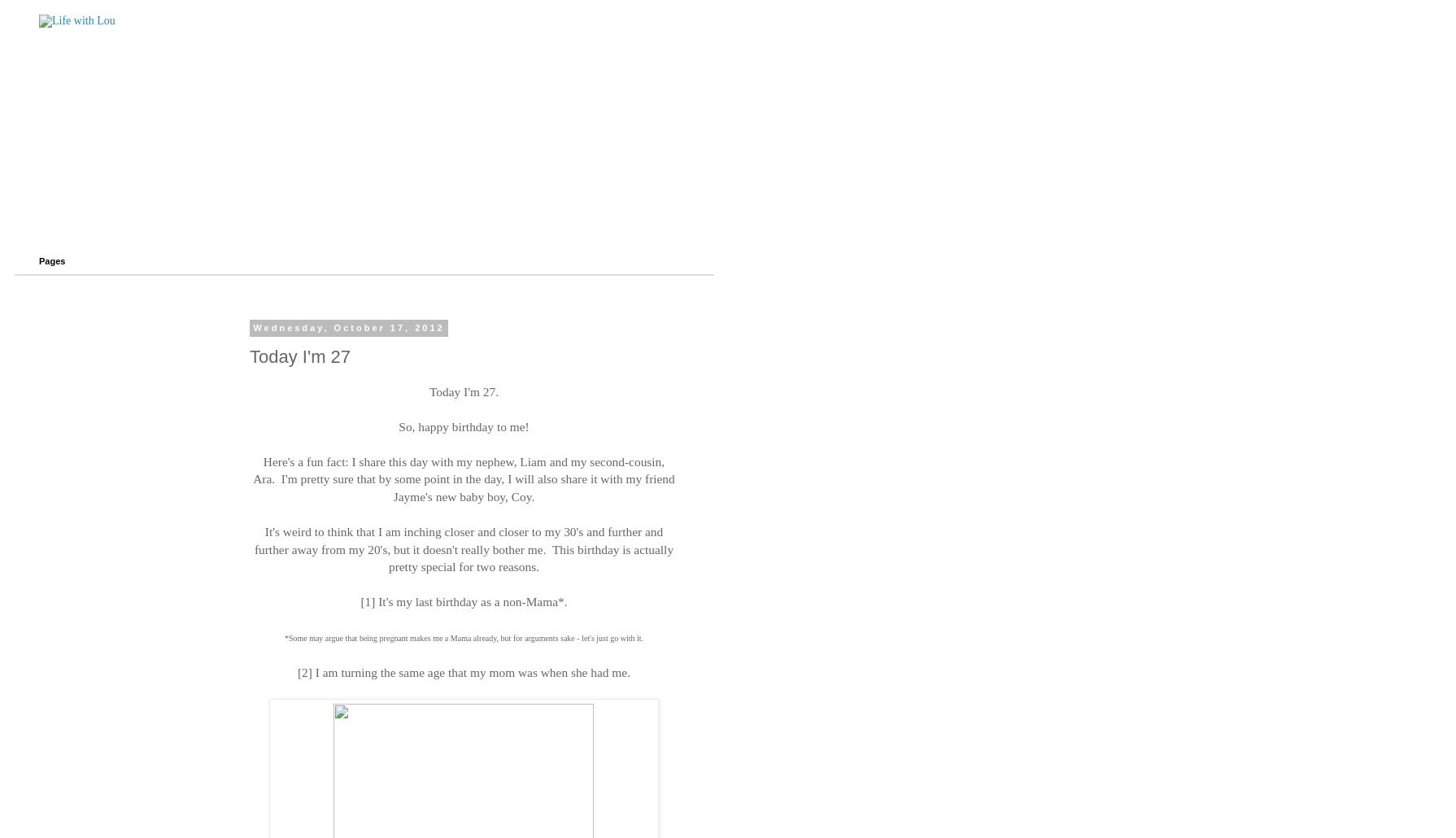  I want to click on 'It's weird to think that I am inching closer and closer to my 30's and further and further away from my 20's, but it doesn't really bother me.  This birthday is actually pretty special for two reasons.', so click(462, 548).